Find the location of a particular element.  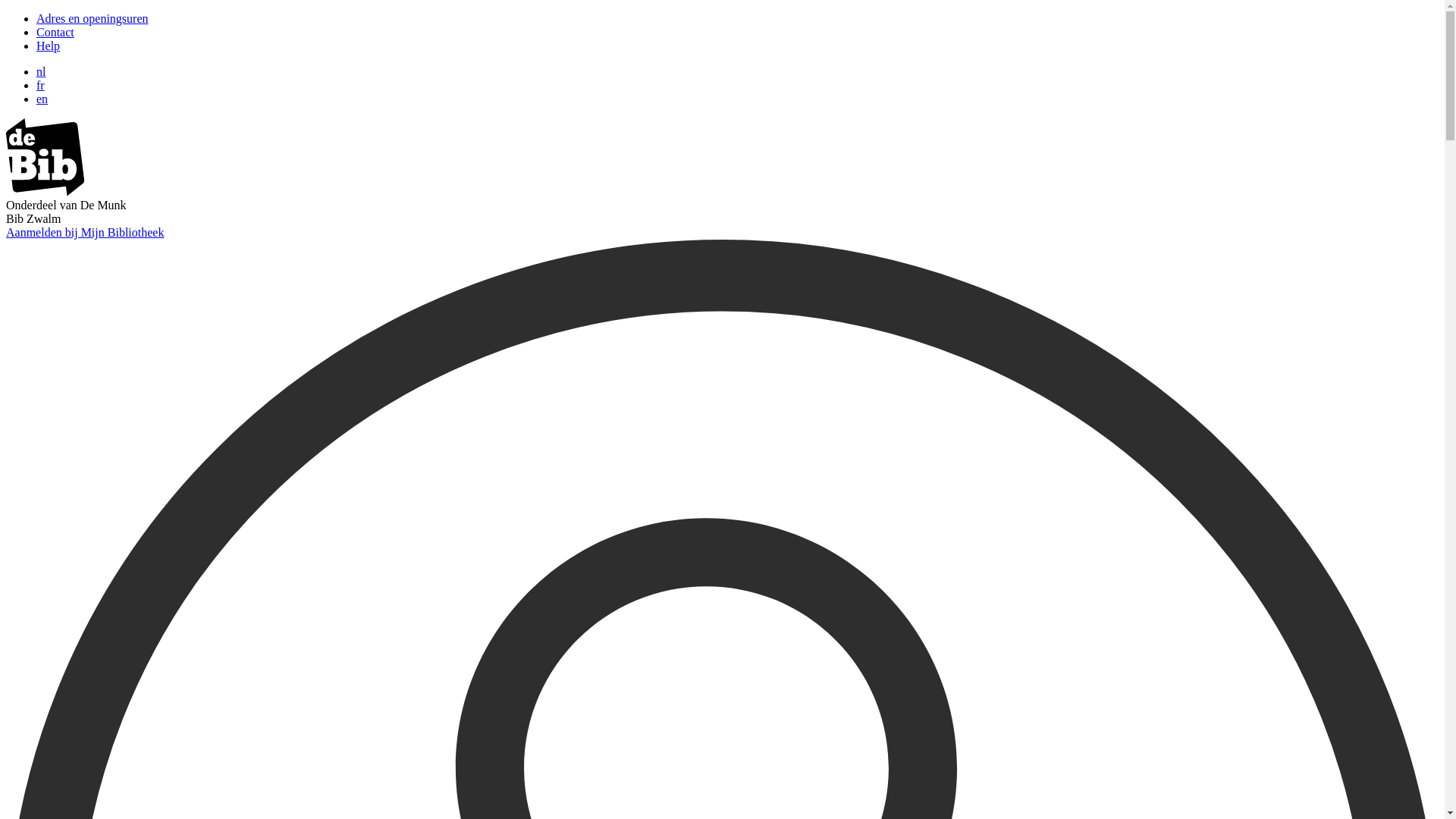

'Adres en openingsuren' is located at coordinates (91, 18).